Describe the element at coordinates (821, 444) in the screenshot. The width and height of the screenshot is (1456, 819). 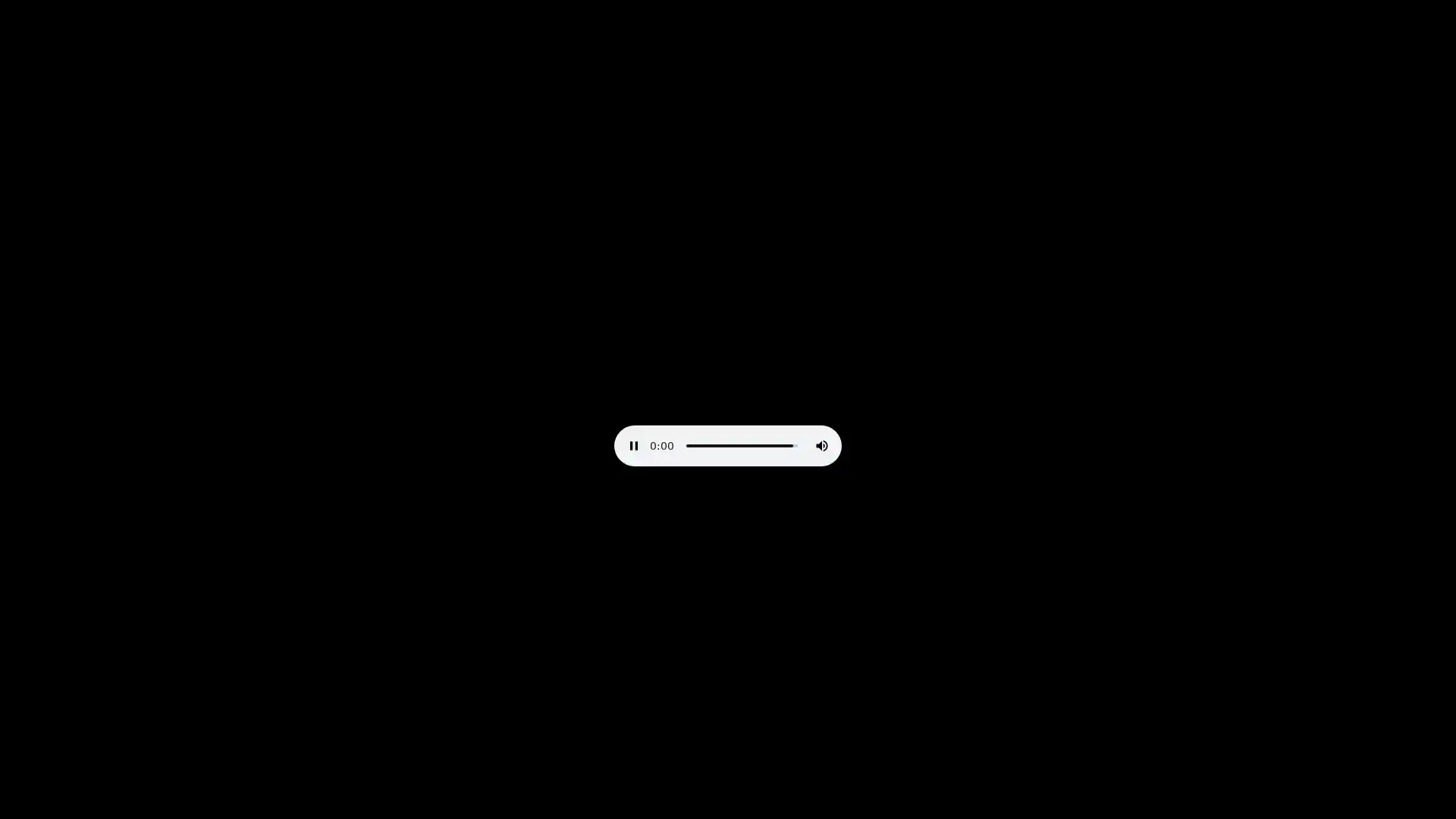
I see `mute` at that location.